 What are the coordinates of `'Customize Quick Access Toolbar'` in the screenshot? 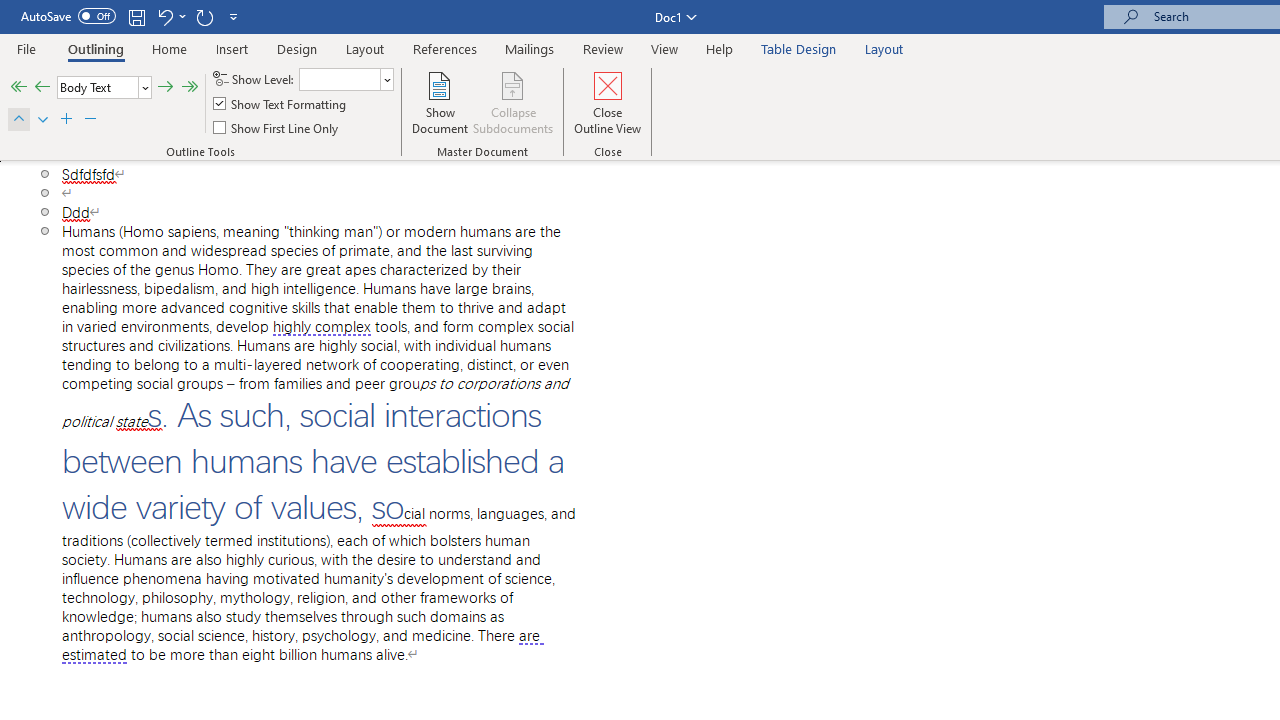 It's located at (234, 16).